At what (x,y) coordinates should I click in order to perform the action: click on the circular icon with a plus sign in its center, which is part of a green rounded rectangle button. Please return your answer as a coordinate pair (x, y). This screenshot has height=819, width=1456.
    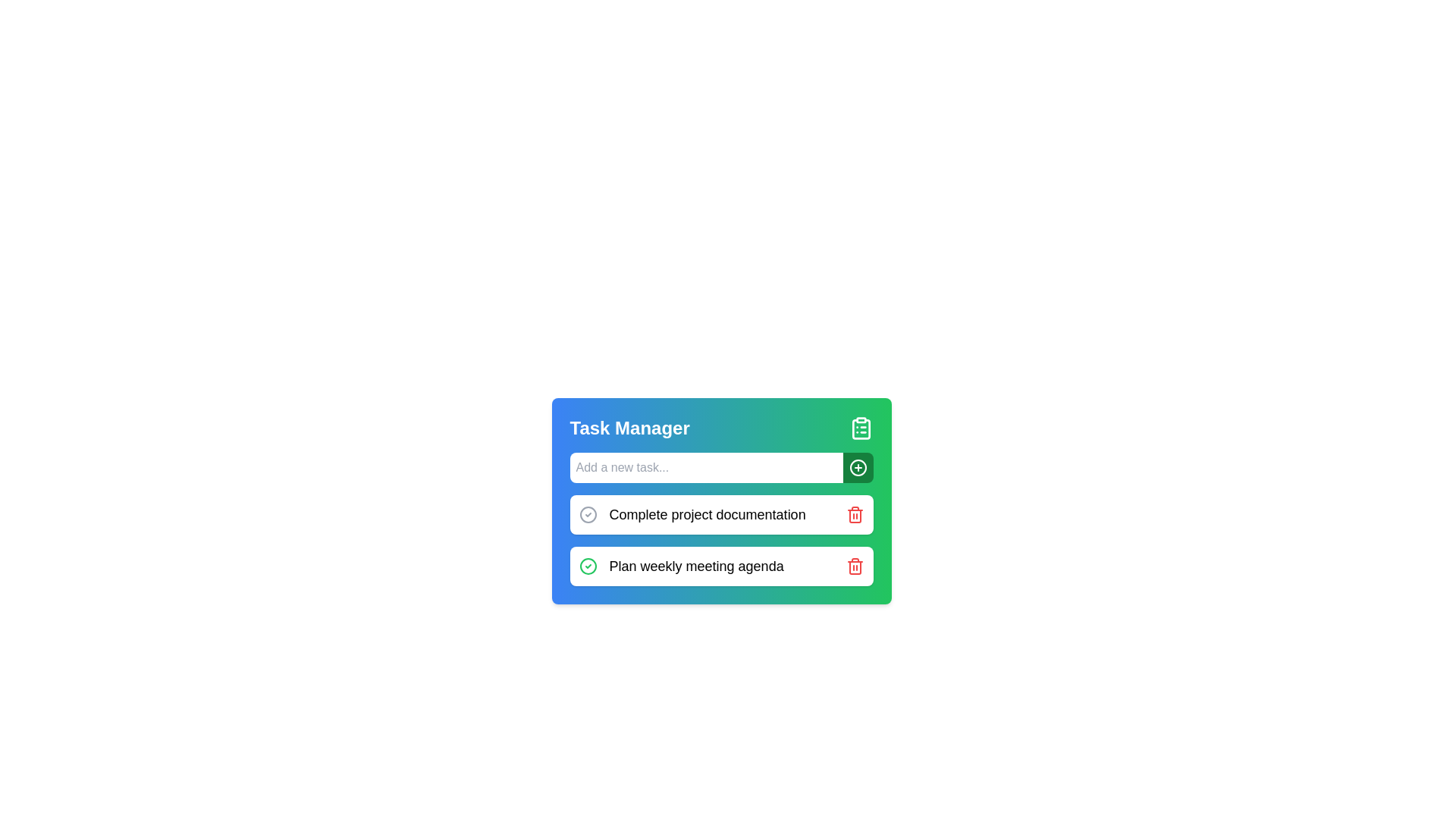
    Looking at the image, I should click on (858, 467).